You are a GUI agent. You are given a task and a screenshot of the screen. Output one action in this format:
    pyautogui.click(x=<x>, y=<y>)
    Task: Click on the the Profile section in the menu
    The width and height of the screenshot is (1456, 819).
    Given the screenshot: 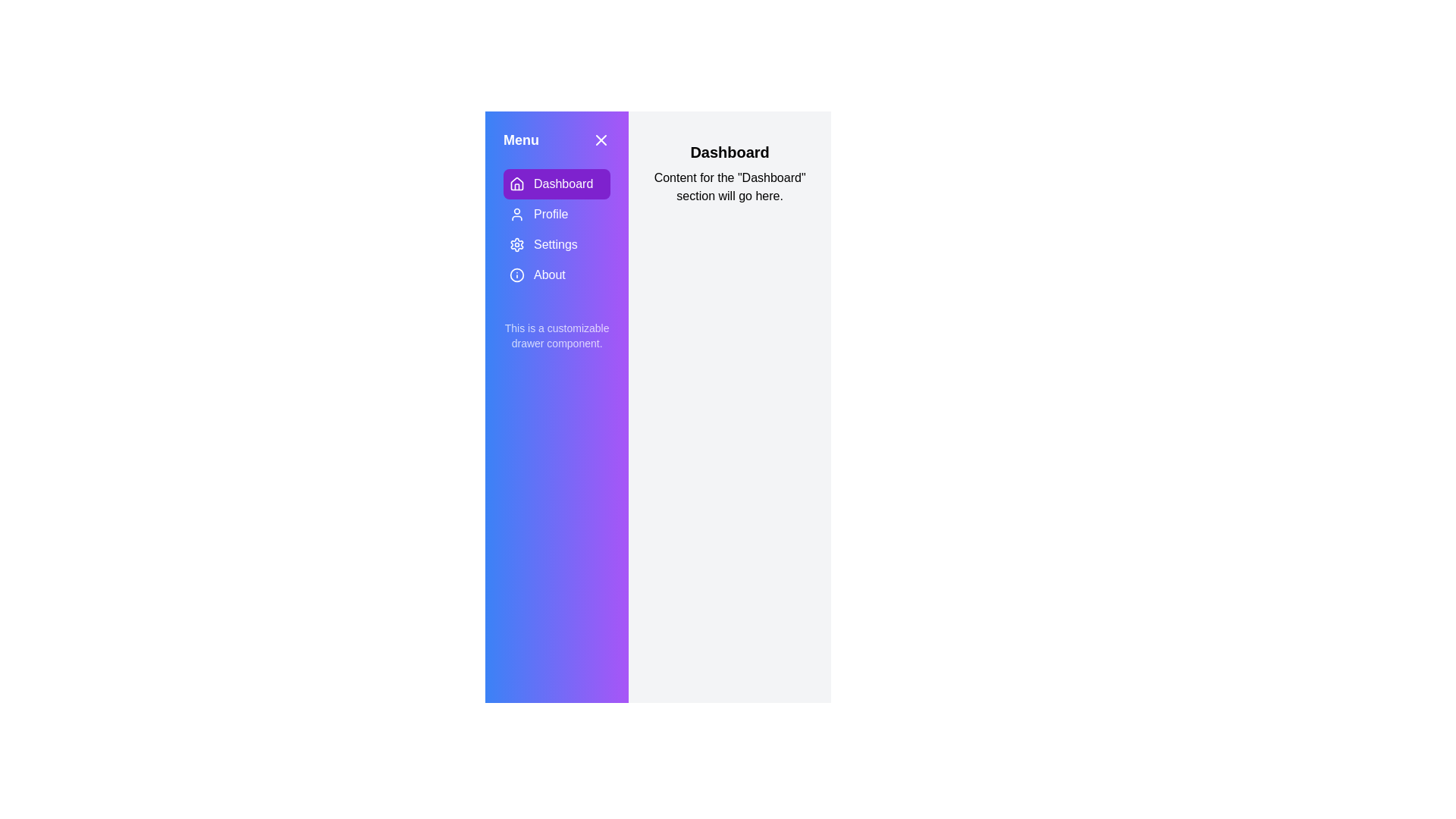 What is the action you would take?
    pyautogui.click(x=556, y=214)
    